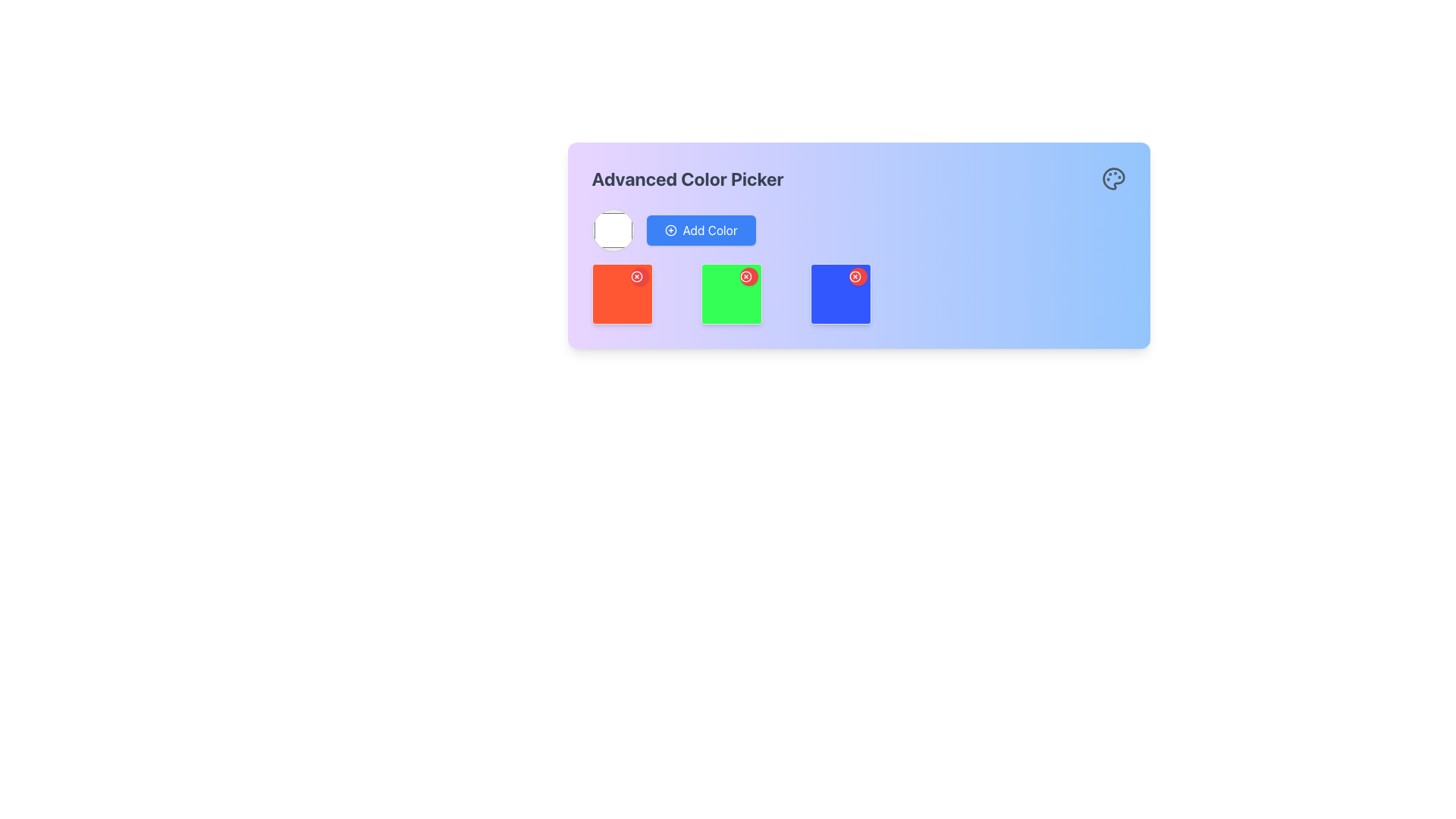 This screenshot has height=819, width=1456. I want to click on the circular plus icon within the SVG component located at the center of the 'Advanced Color Picker' section, so click(670, 231).